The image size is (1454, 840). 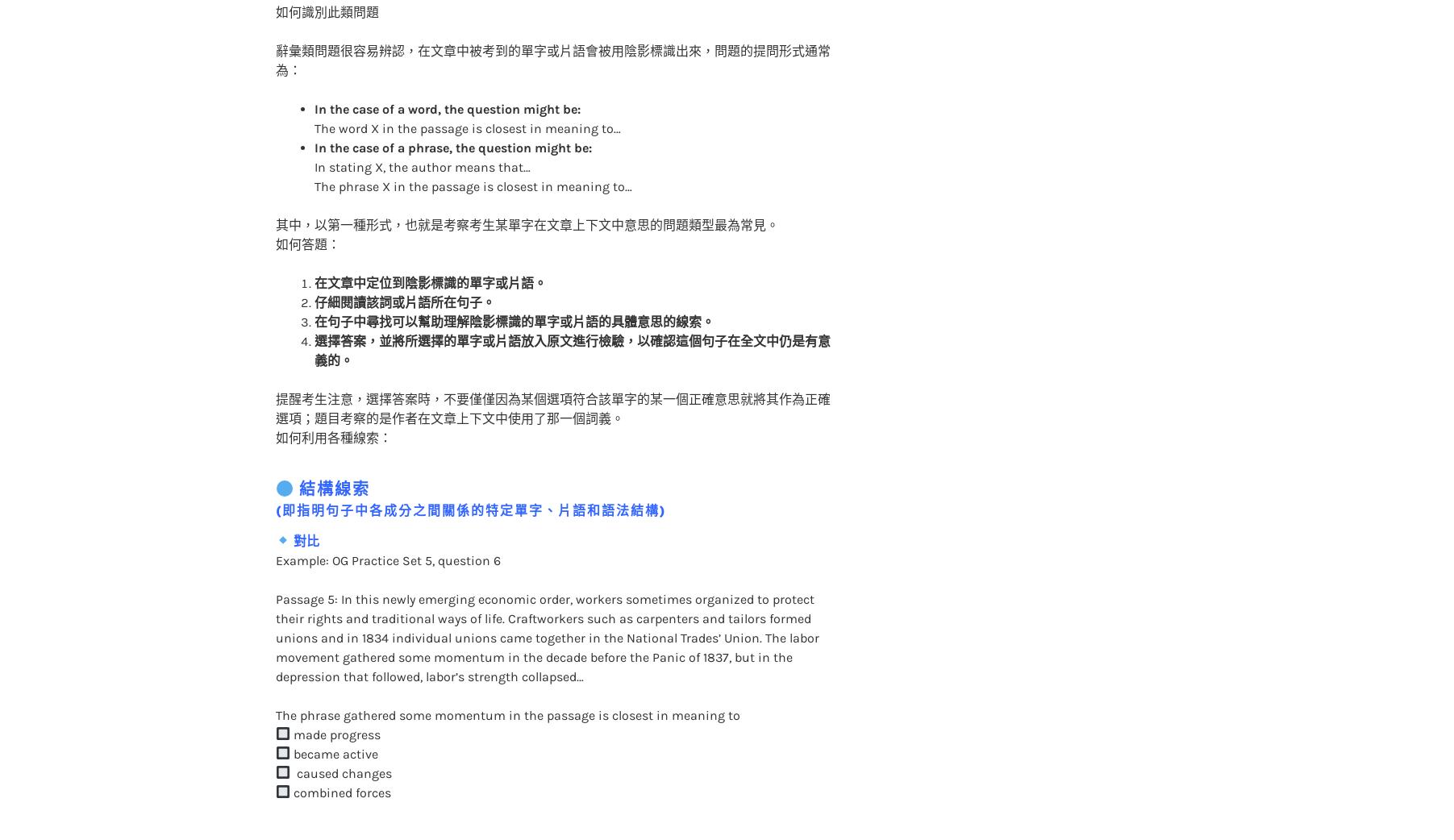 I want to click on '(即指明句子中各成分之間關係的特定單字、片語和語法結構)', so click(x=273, y=476).